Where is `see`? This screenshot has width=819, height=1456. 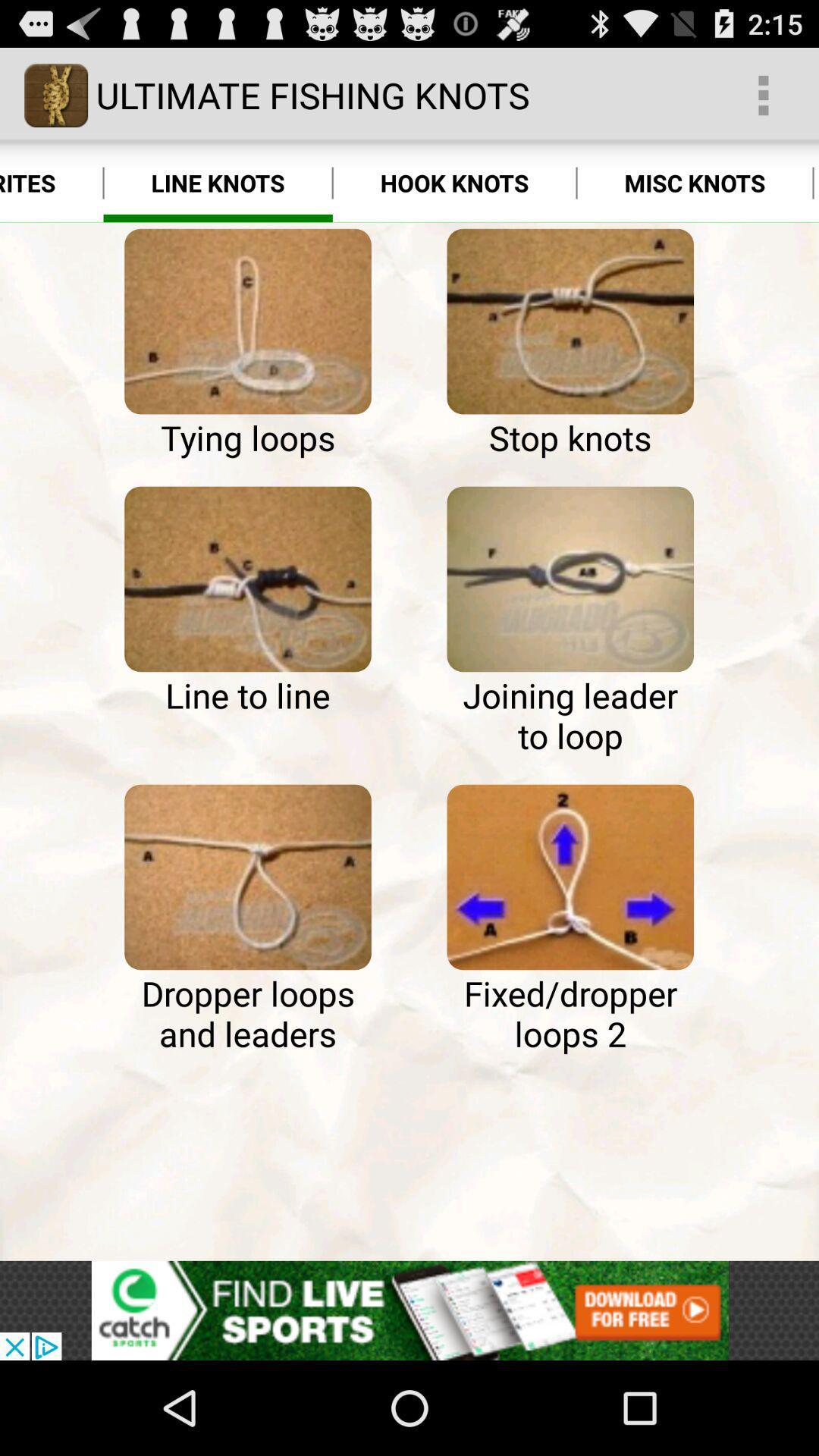 see is located at coordinates (247, 578).